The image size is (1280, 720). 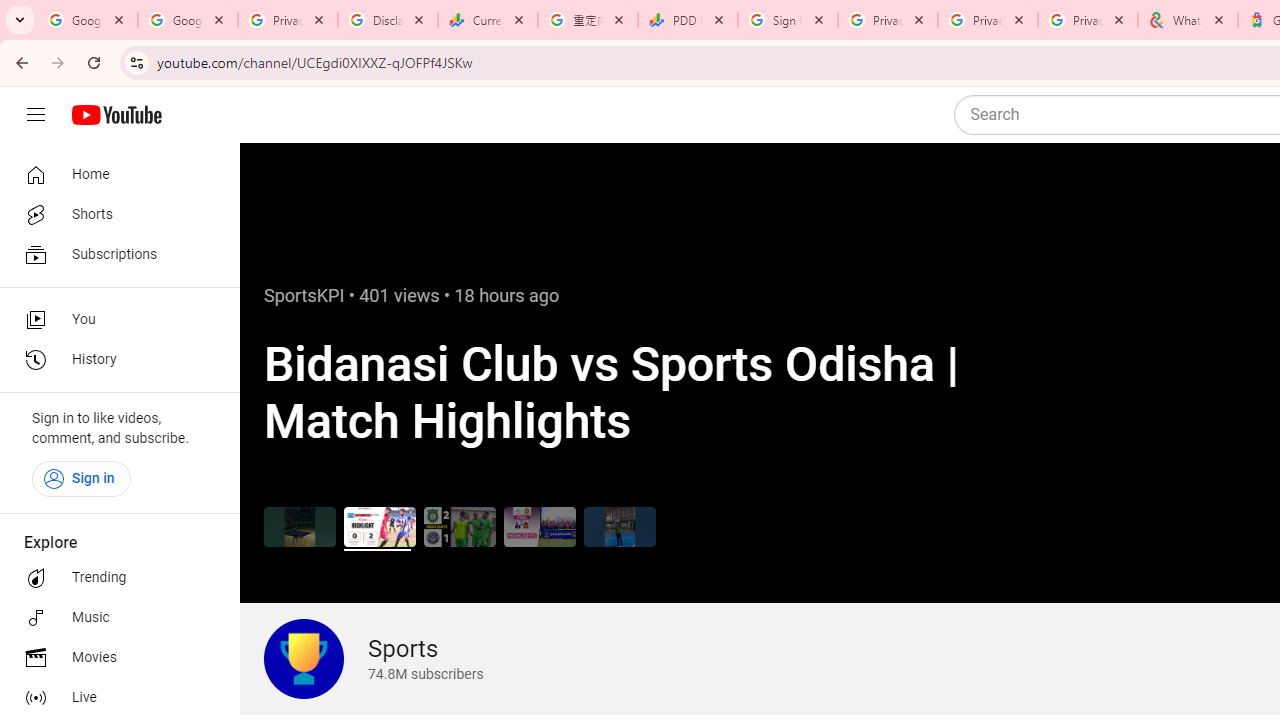 What do you see at coordinates (787, 20) in the screenshot?
I see `'Sign in - Google Accounts'` at bounding box center [787, 20].